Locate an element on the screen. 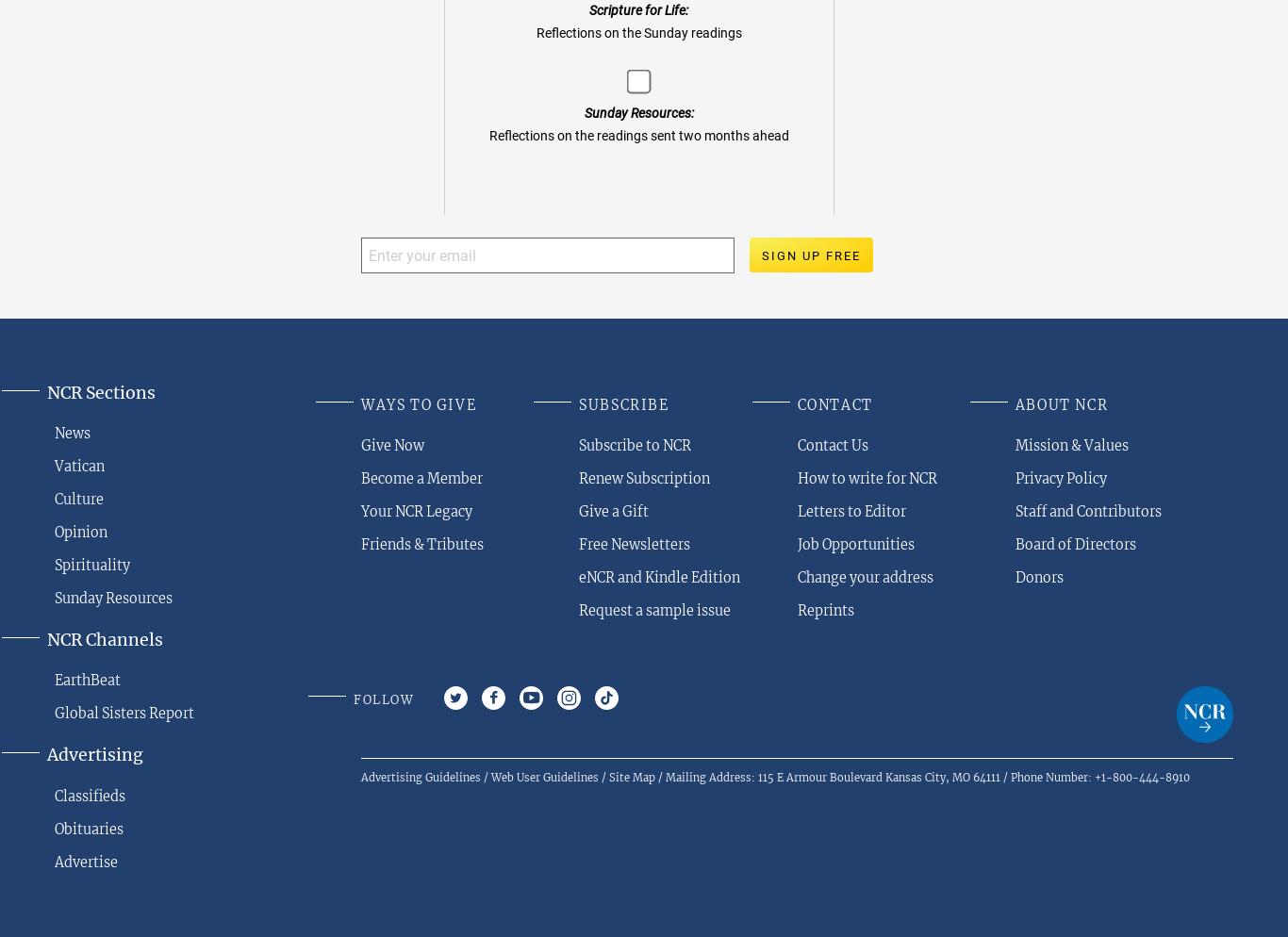  'Spirituality' is located at coordinates (91, 564).